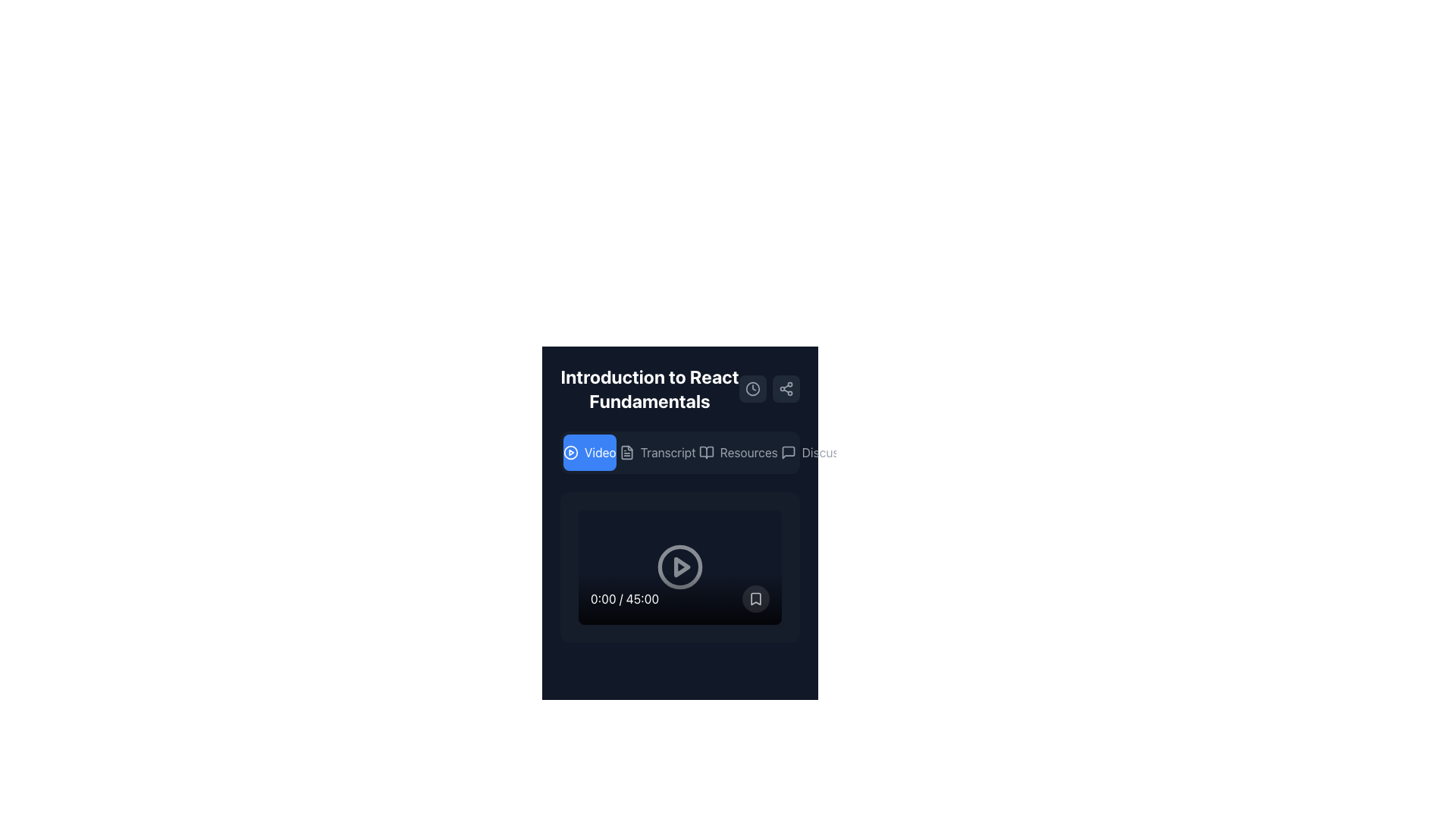  Describe the element at coordinates (786, 388) in the screenshot. I see `the 'Share' icon located in the top-right corner of the 'Introduction to React Fundamentals' header to invoke sharing functionality` at that location.